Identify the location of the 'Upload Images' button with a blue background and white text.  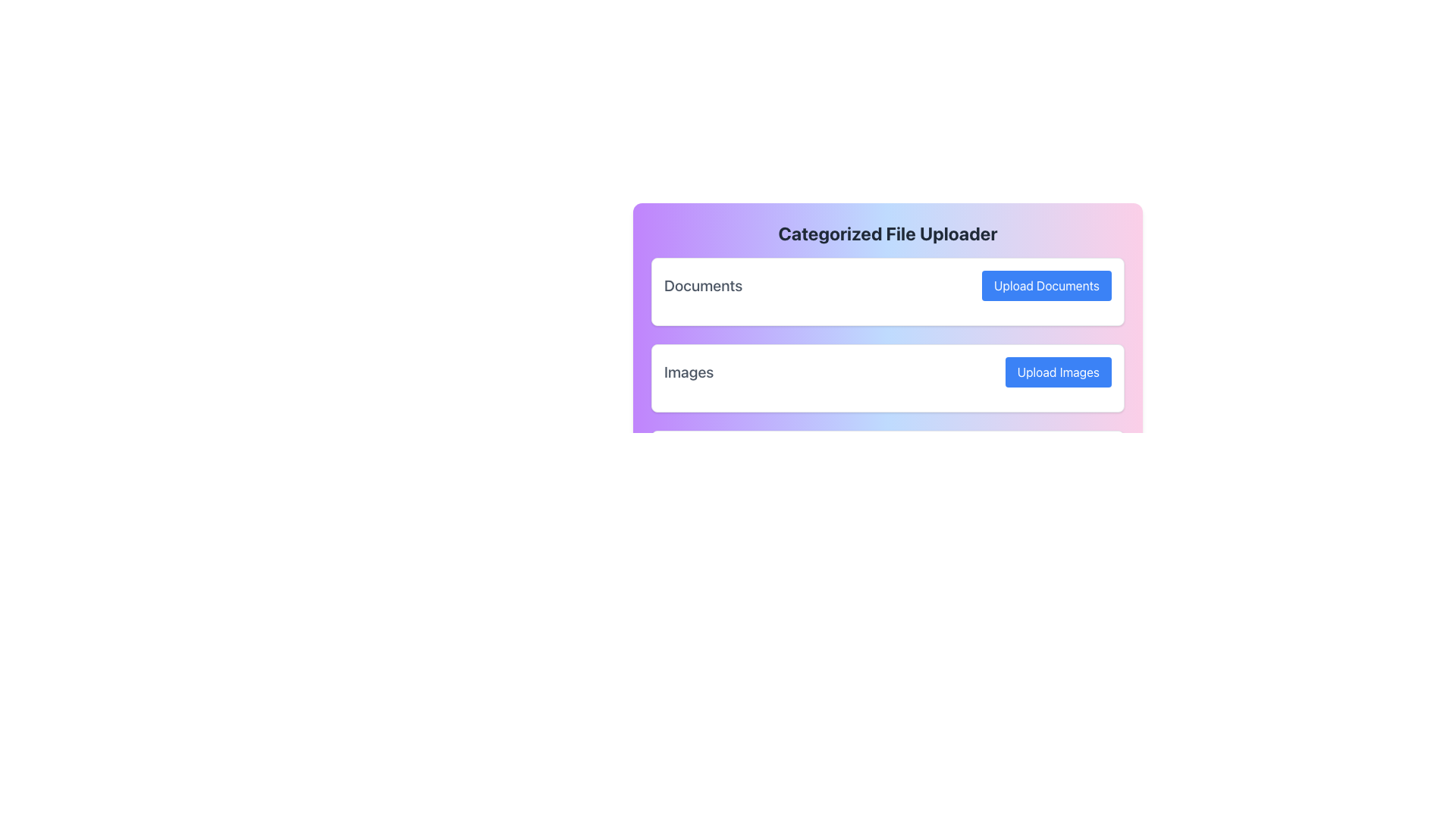
(1057, 372).